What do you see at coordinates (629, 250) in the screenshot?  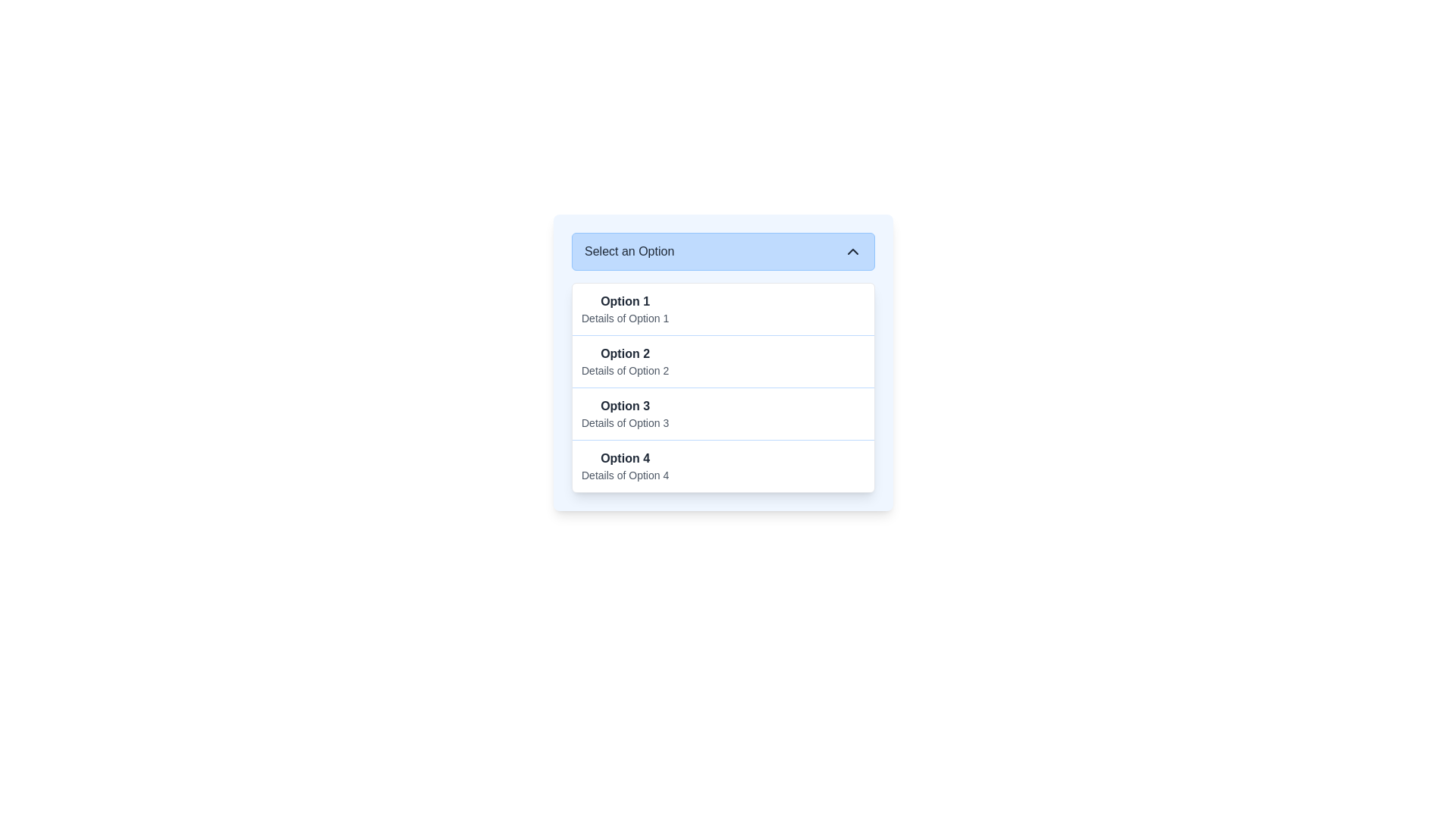 I see `the text label element displaying 'Select an Option', which is part of the dropdown header with a light blue background and a chevron icon to the right` at bounding box center [629, 250].